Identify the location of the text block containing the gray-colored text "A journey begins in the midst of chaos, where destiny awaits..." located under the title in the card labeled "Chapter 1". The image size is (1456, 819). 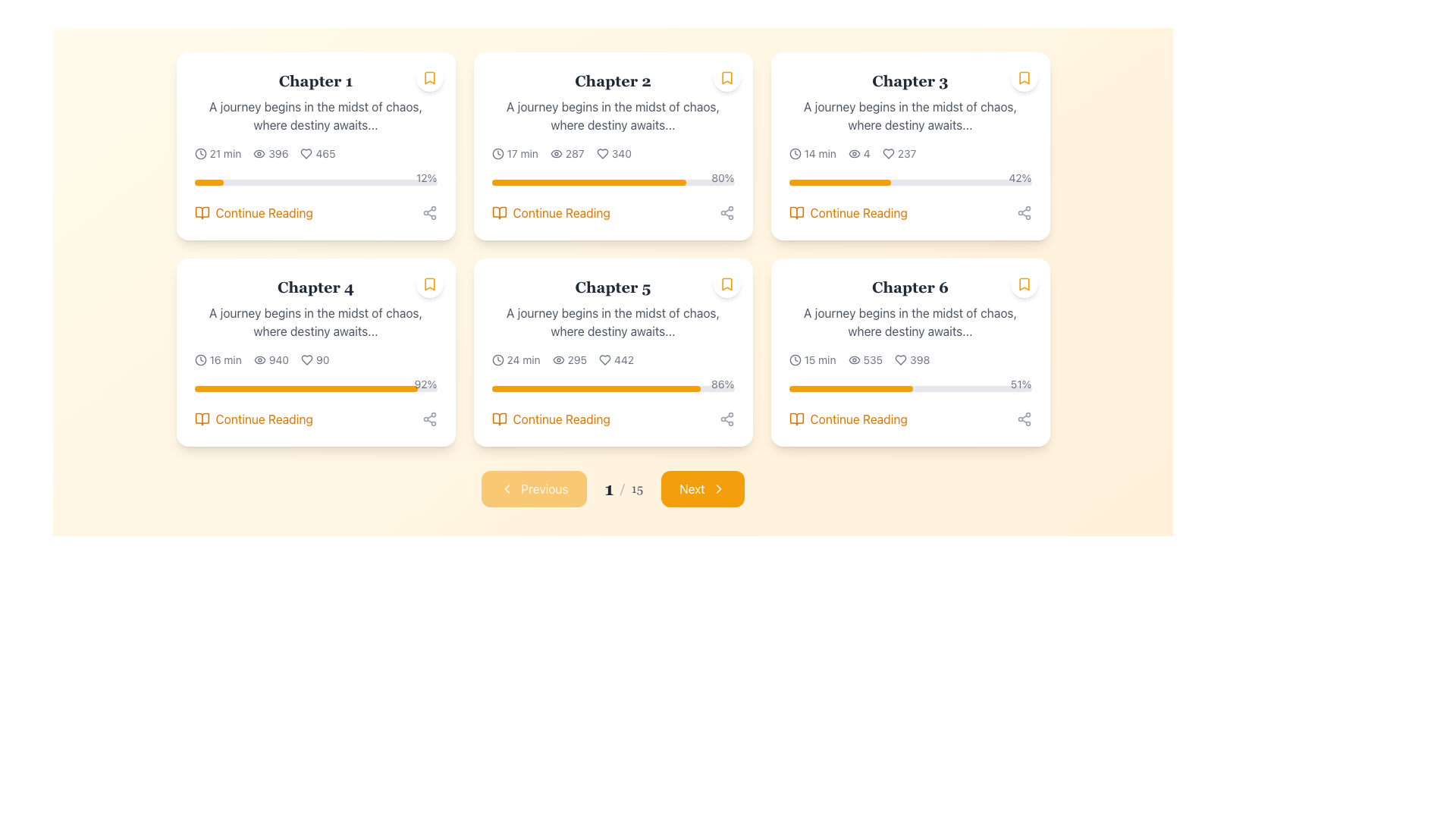
(315, 115).